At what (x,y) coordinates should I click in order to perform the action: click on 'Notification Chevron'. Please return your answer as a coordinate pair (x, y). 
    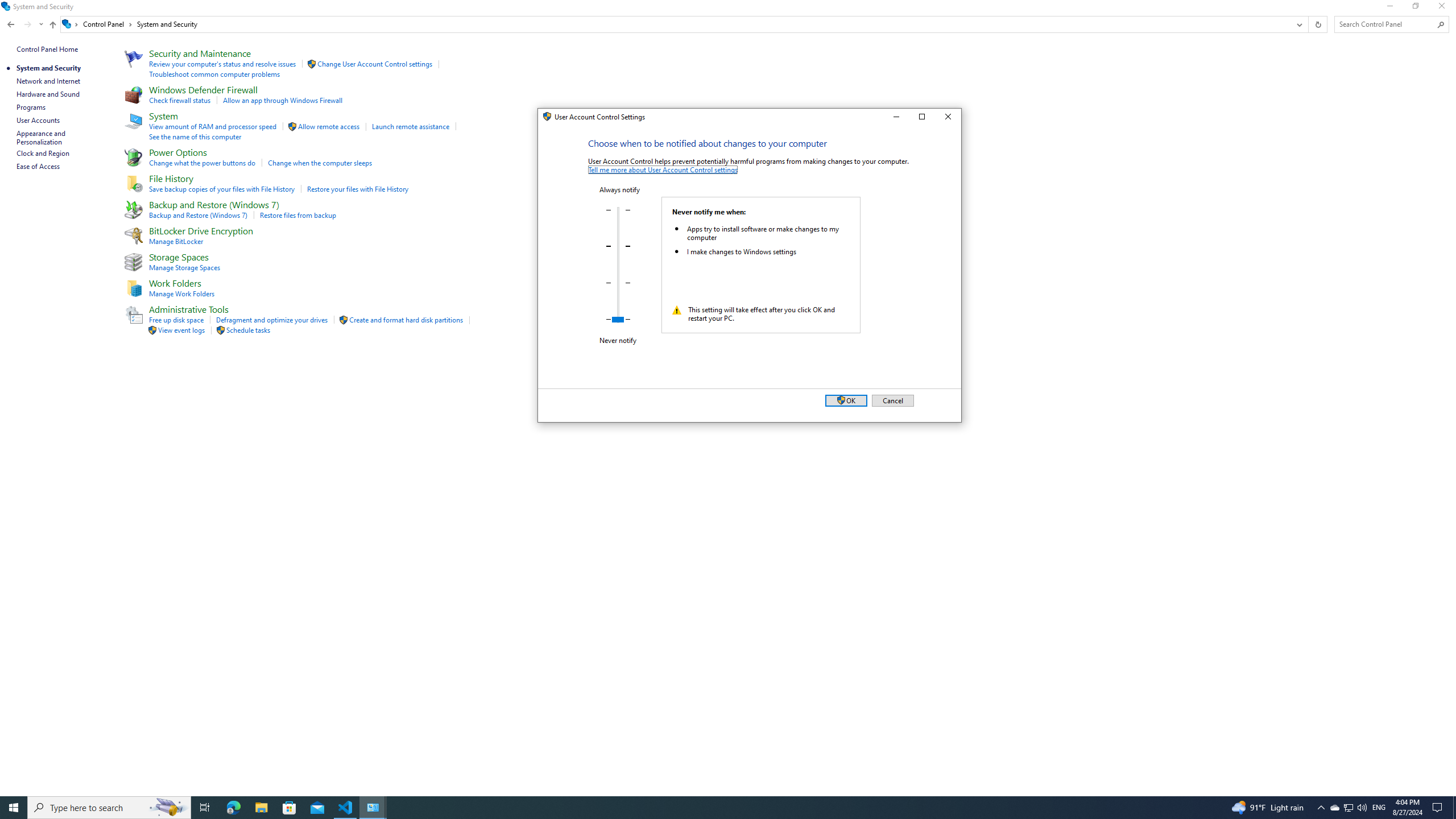
    Looking at the image, I should click on (1321, 806).